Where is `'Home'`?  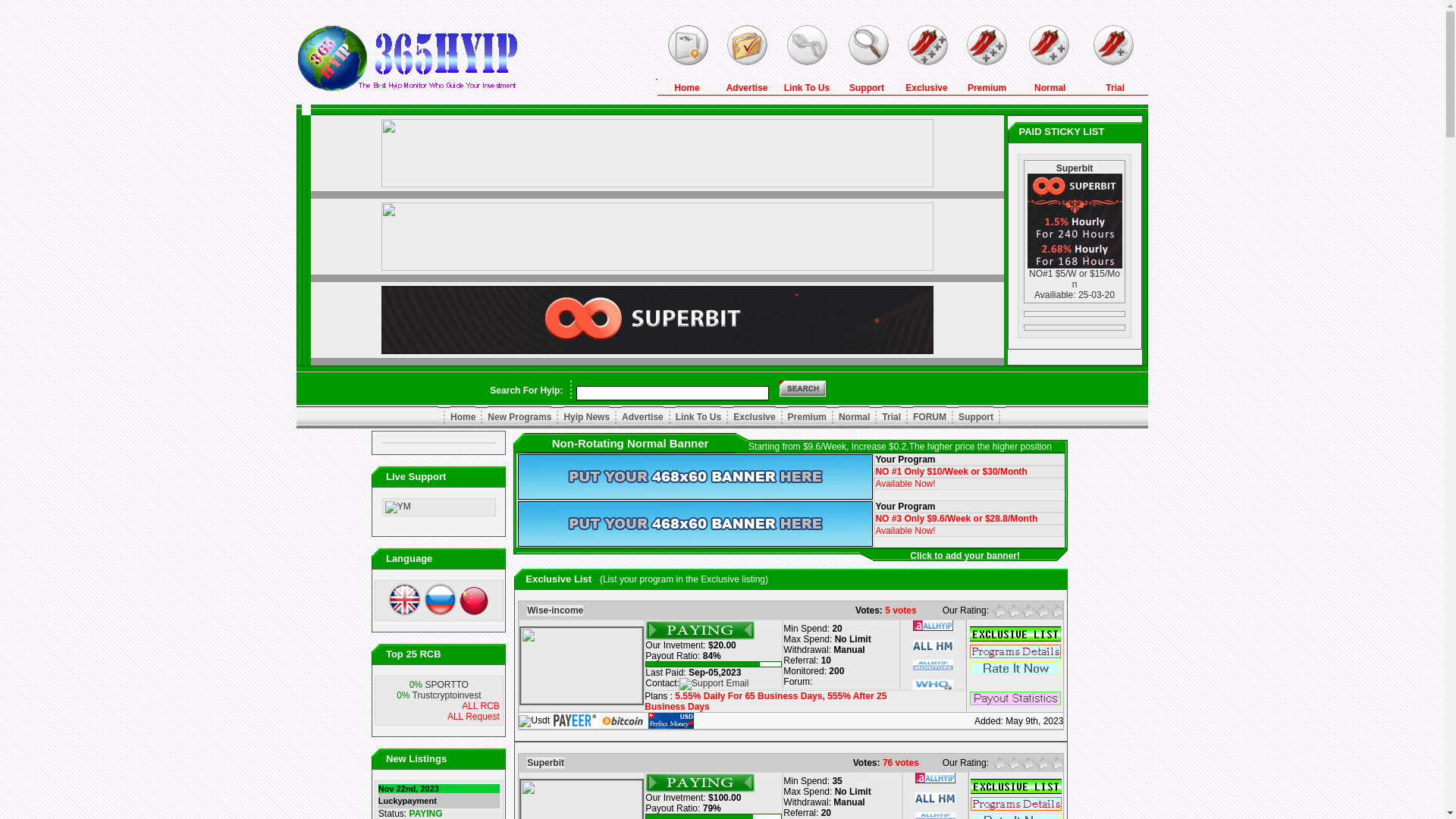 'Home' is located at coordinates (673, 87).